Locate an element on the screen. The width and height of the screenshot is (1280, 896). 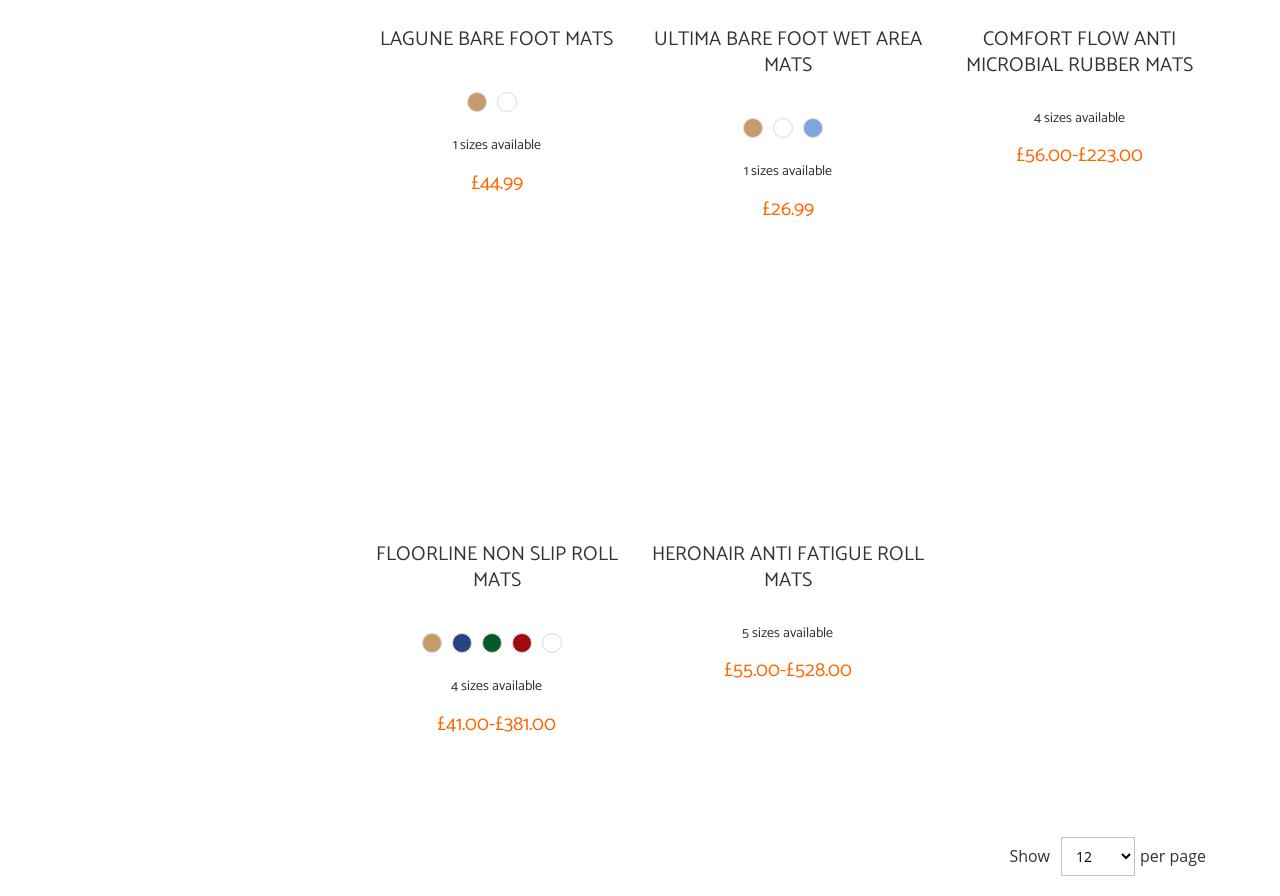
'Show' is located at coordinates (1028, 854).